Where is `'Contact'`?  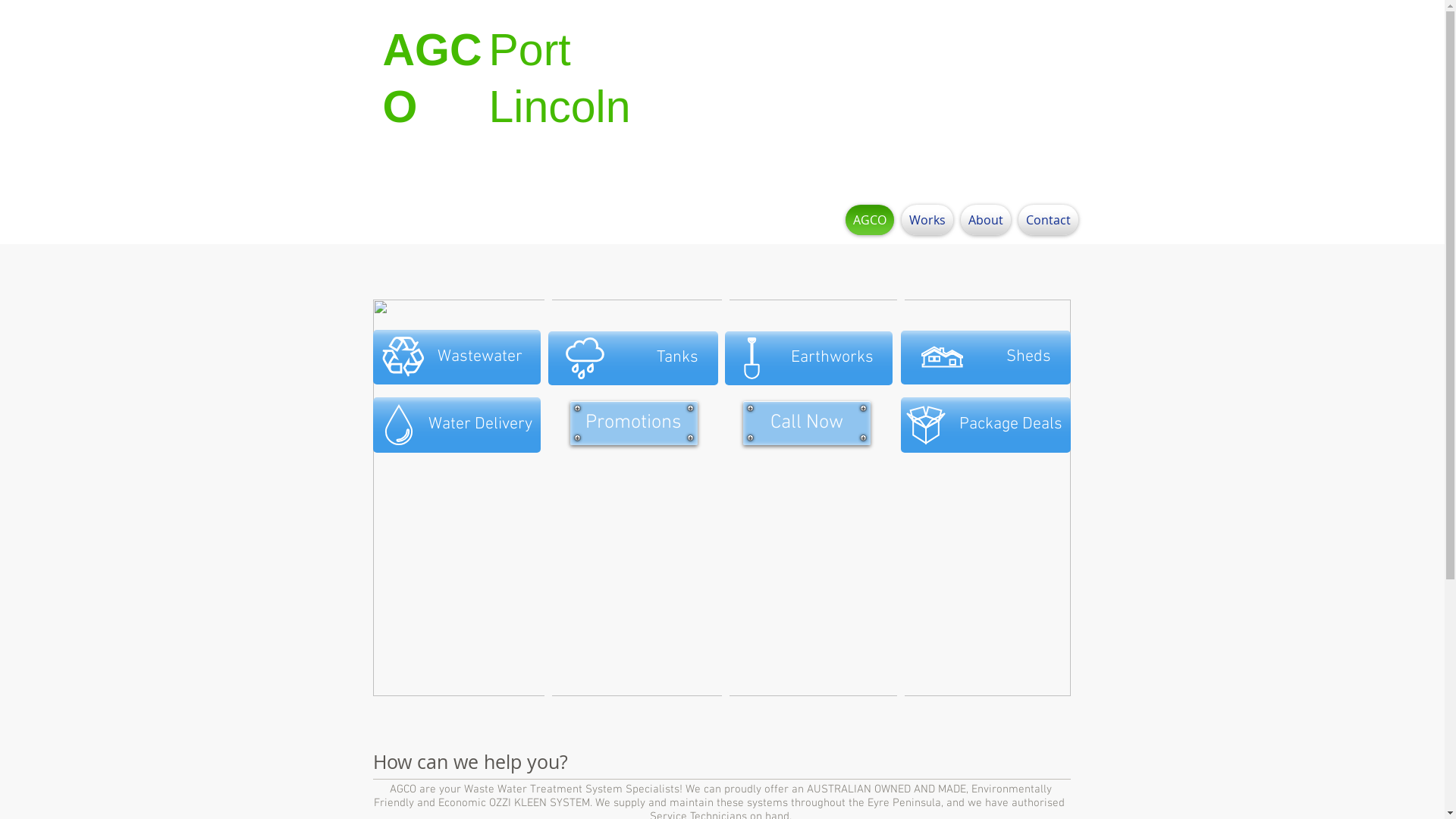 'Contact' is located at coordinates (1046, 219).